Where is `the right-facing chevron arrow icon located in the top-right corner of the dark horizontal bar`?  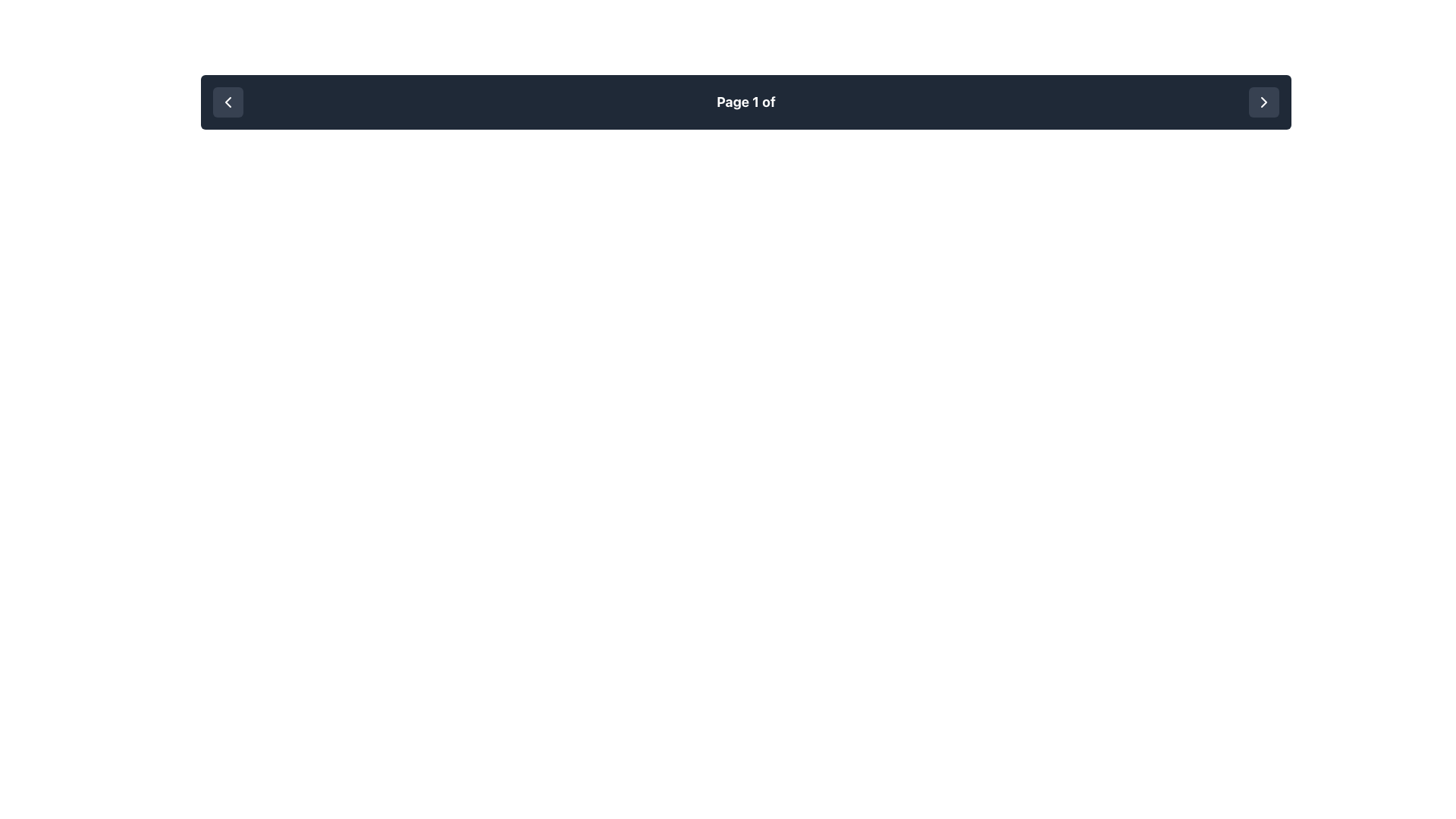 the right-facing chevron arrow icon located in the top-right corner of the dark horizontal bar is located at coordinates (1263, 102).